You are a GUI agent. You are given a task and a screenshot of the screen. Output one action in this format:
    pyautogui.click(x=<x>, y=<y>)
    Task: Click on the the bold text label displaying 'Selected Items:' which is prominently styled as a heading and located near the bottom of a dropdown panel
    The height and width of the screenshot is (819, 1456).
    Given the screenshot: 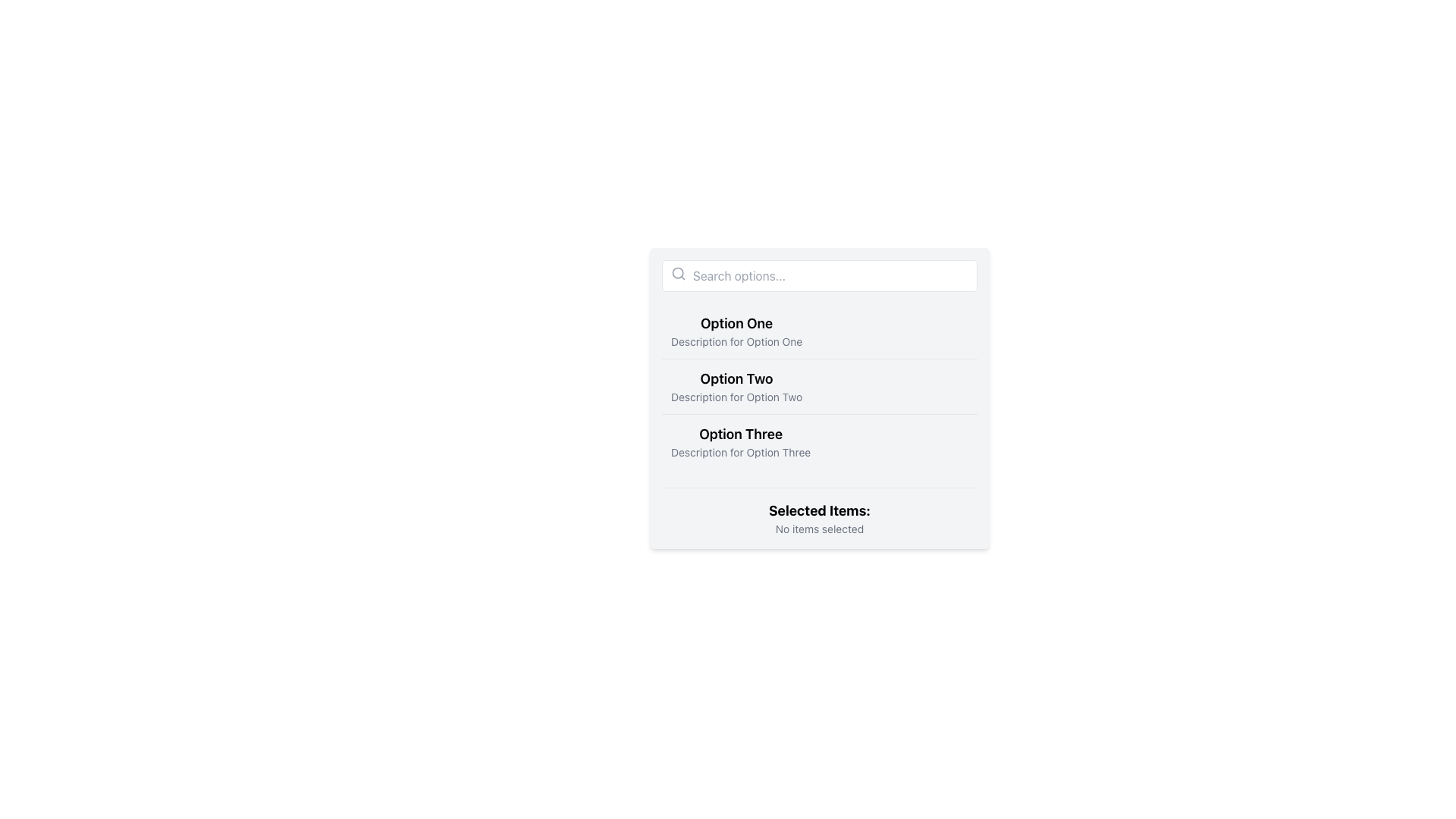 What is the action you would take?
    pyautogui.click(x=818, y=511)
    